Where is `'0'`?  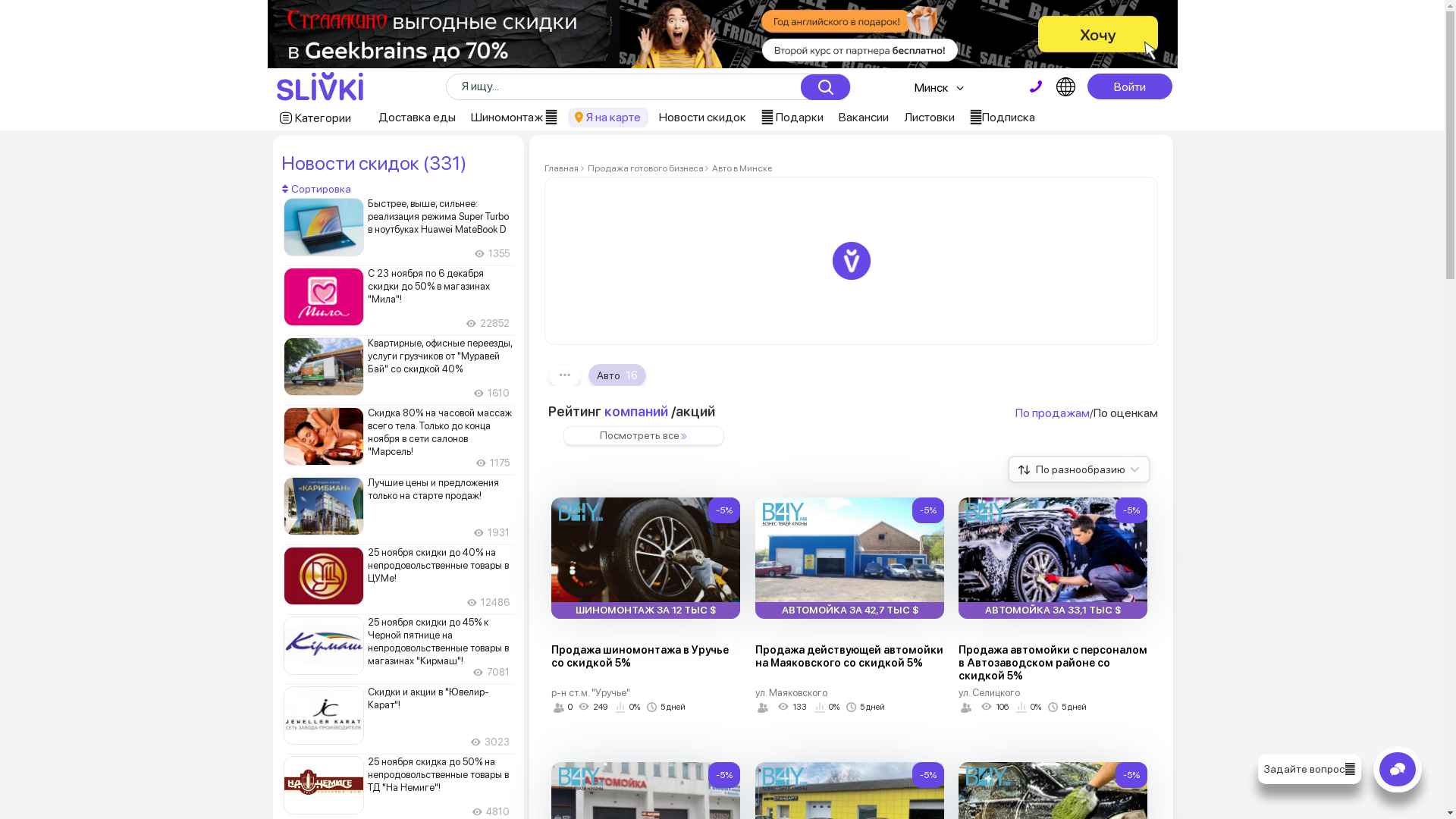 '0' is located at coordinates (550, 708).